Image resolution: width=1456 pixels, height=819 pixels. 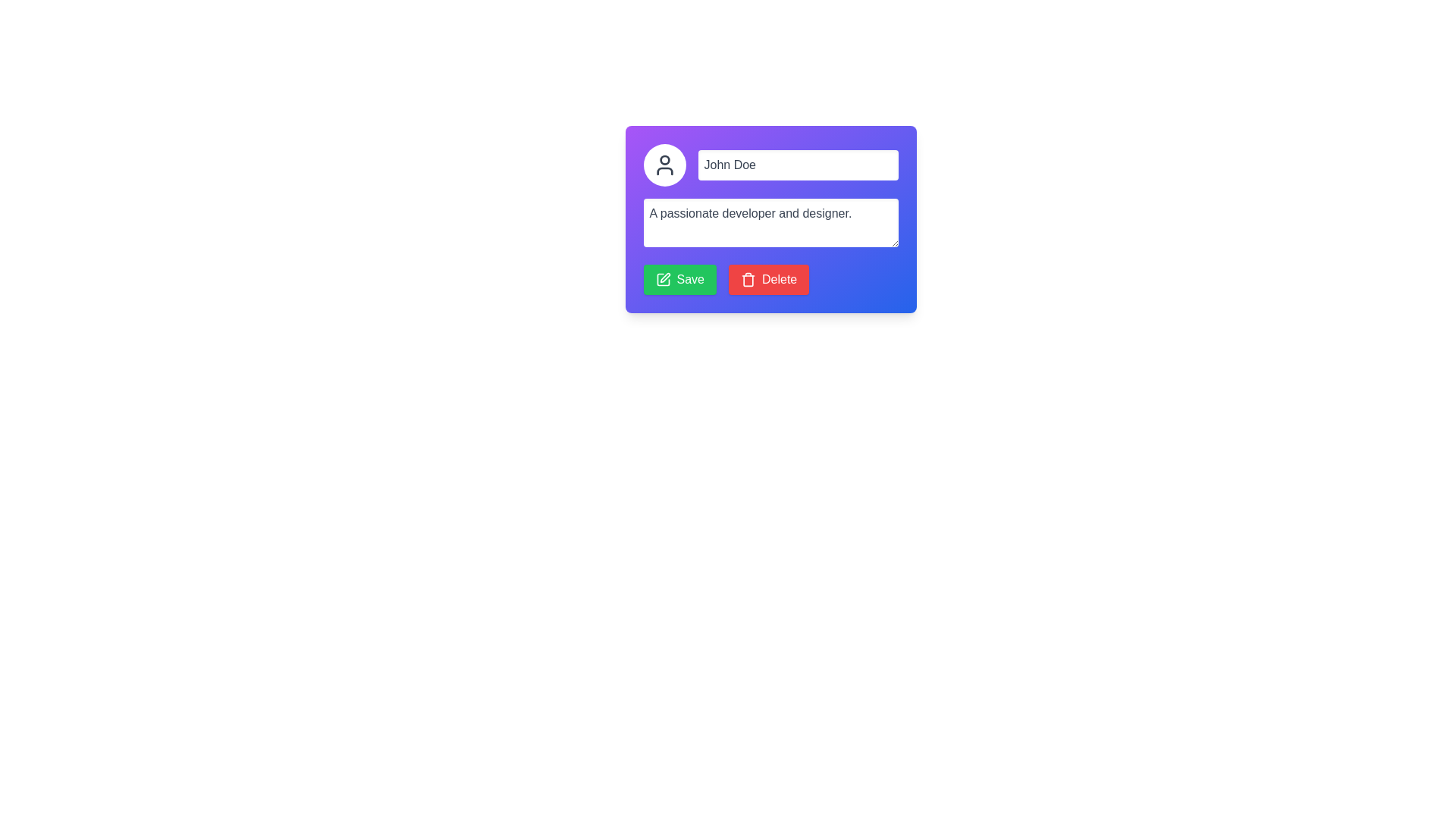 What do you see at coordinates (770, 219) in the screenshot?
I see `the multi-line text input box that contains the text 'A passionate developer and designer.' to invoke context menu options` at bounding box center [770, 219].